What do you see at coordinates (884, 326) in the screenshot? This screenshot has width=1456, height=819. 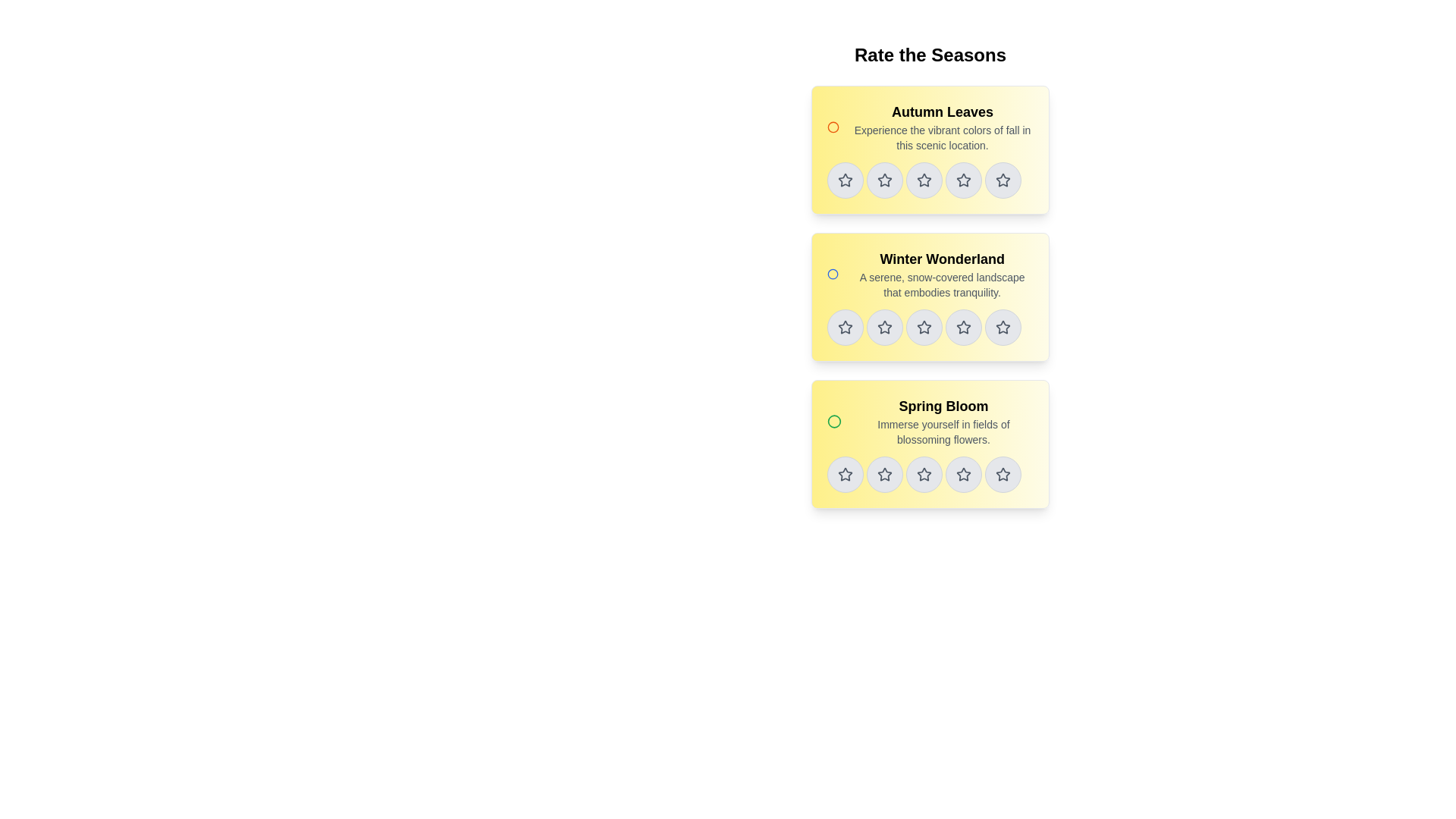 I see `the fourth star icon in the row of five rating icons in the 'Winter Wonderland' section` at bounding box center [884, 326].